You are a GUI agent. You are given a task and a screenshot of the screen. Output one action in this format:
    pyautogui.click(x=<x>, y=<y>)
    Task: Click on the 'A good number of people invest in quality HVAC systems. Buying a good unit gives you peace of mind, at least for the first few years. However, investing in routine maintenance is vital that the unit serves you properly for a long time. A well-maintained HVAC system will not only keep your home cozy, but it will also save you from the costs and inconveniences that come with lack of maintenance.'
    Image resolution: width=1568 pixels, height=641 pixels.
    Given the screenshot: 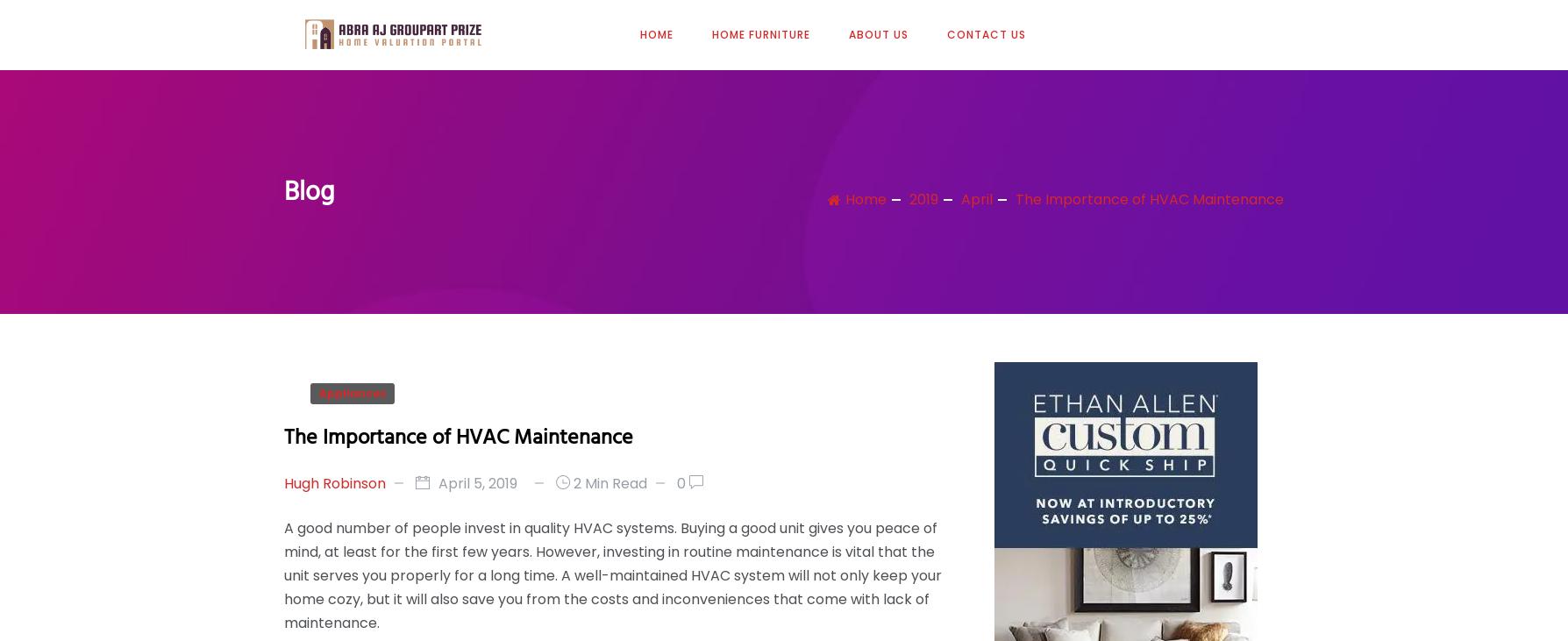 What is the action you would take?
    pyautogui.click(x=611, y=574)
    